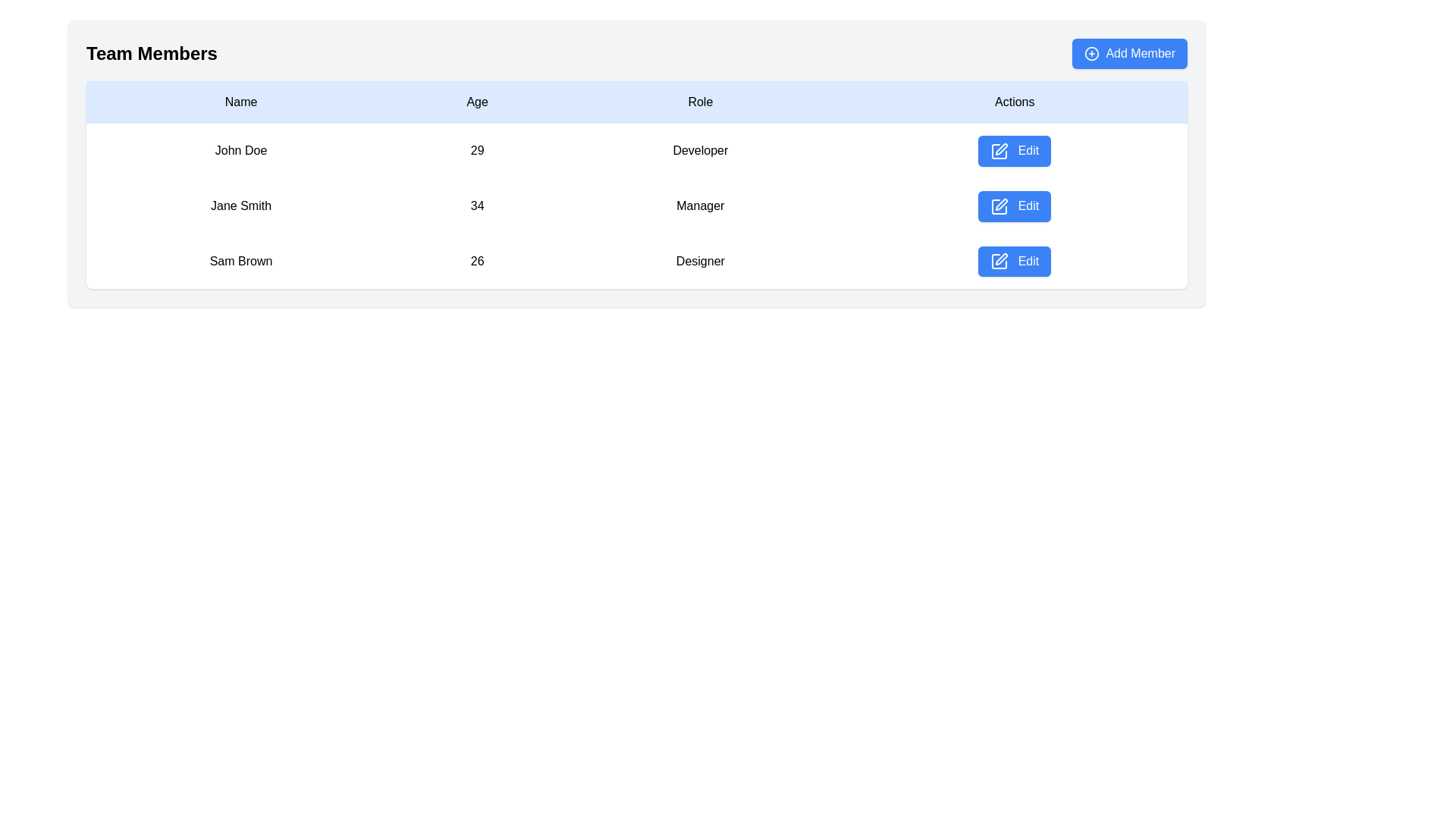  I want to click on the first row of the table containing the information for 'John Doe', age '29', role 'Developer', so click(637, 151).